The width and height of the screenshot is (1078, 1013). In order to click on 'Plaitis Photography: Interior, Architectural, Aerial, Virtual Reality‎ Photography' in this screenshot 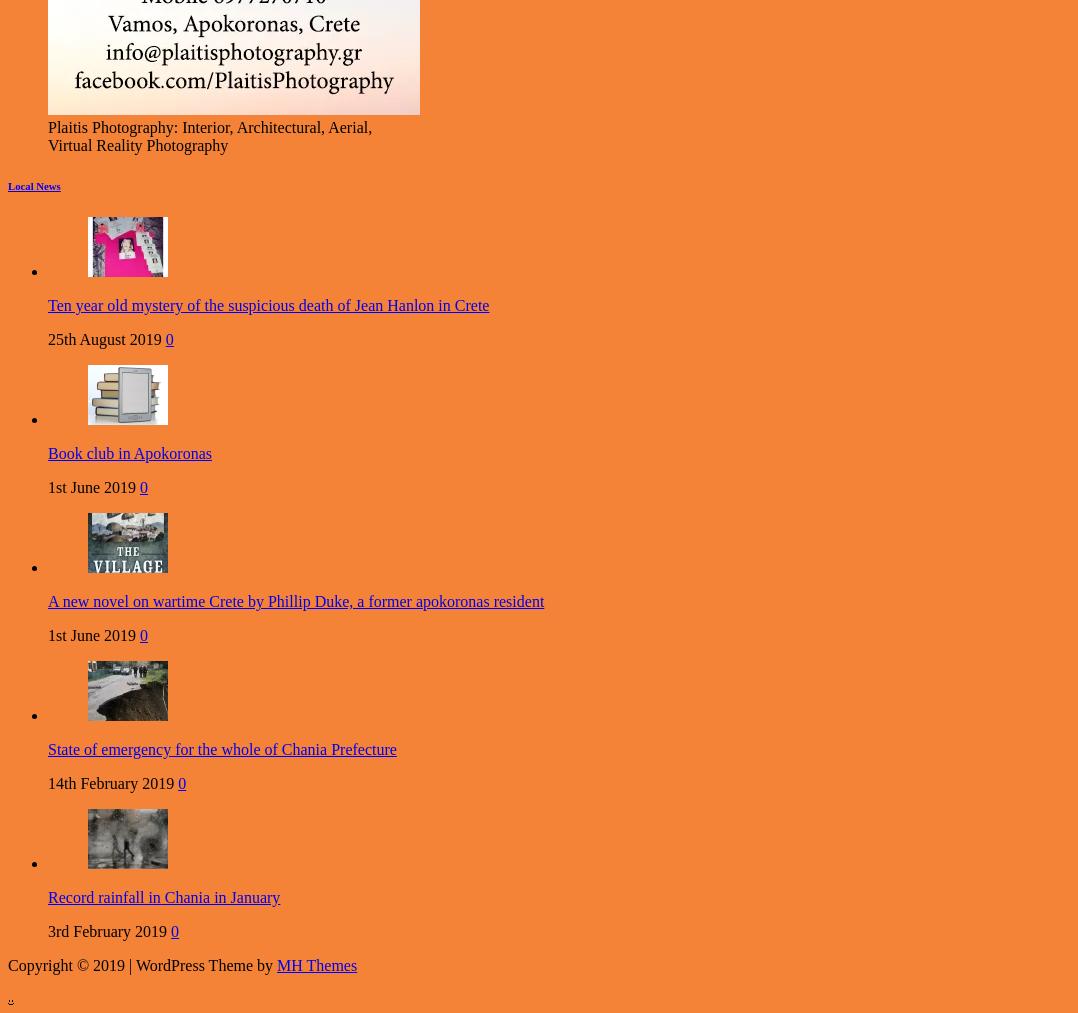, I will do `click(47, 136)`.